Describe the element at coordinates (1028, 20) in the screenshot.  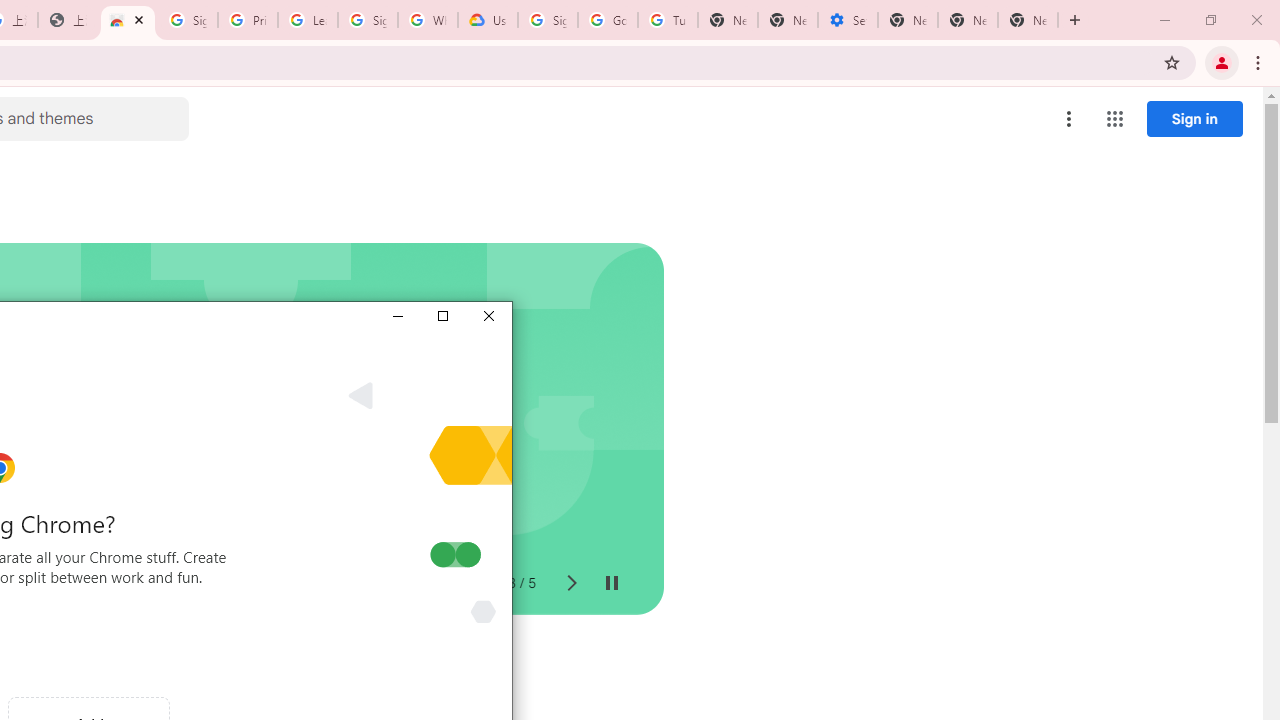
I see `'New Tab'` at that location.